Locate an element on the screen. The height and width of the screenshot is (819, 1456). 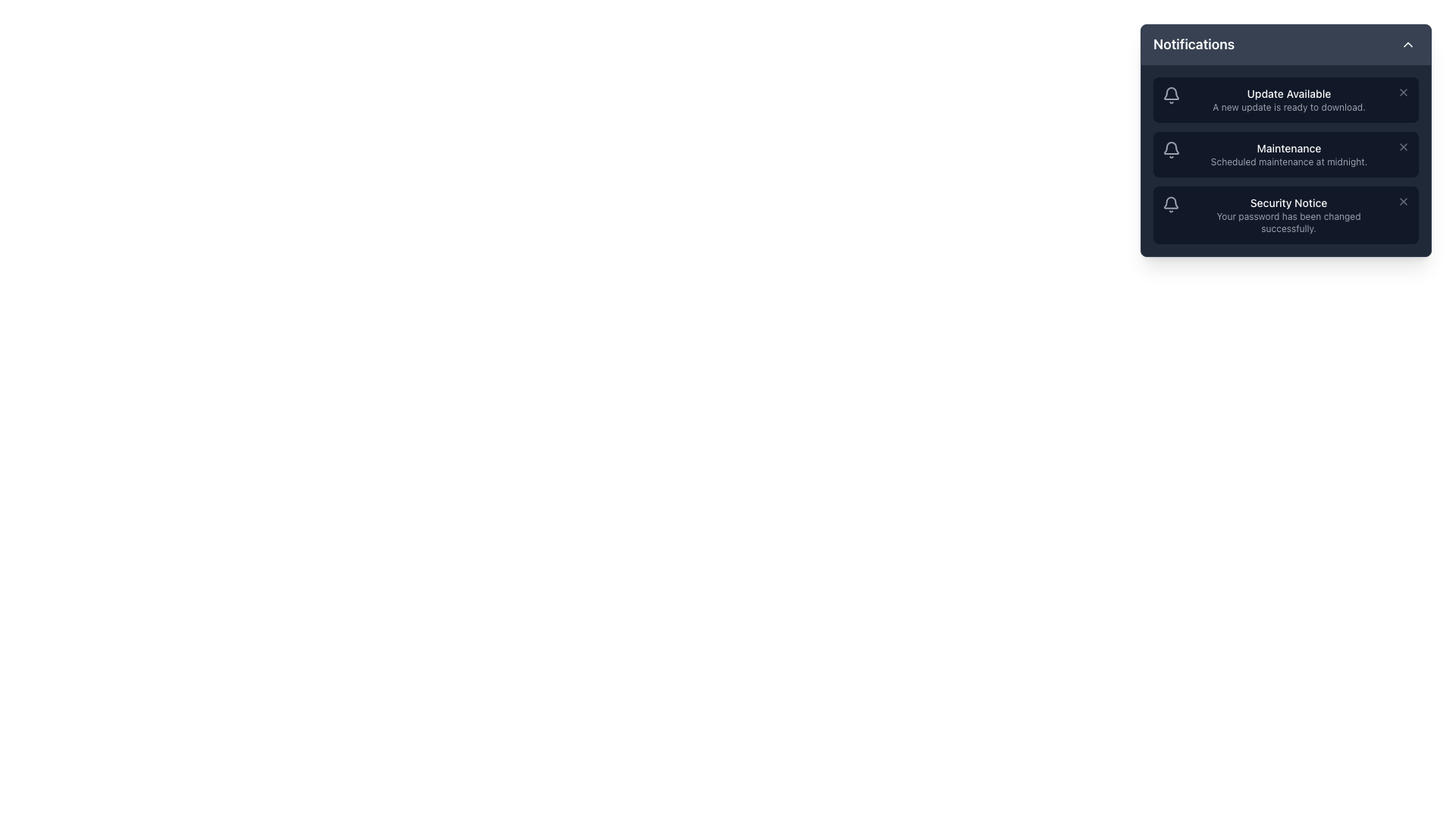
the upward-pointing chevron-down icon within the circular button at the top-right corner of the Notifications panel is located at coordinates (1407, 43).